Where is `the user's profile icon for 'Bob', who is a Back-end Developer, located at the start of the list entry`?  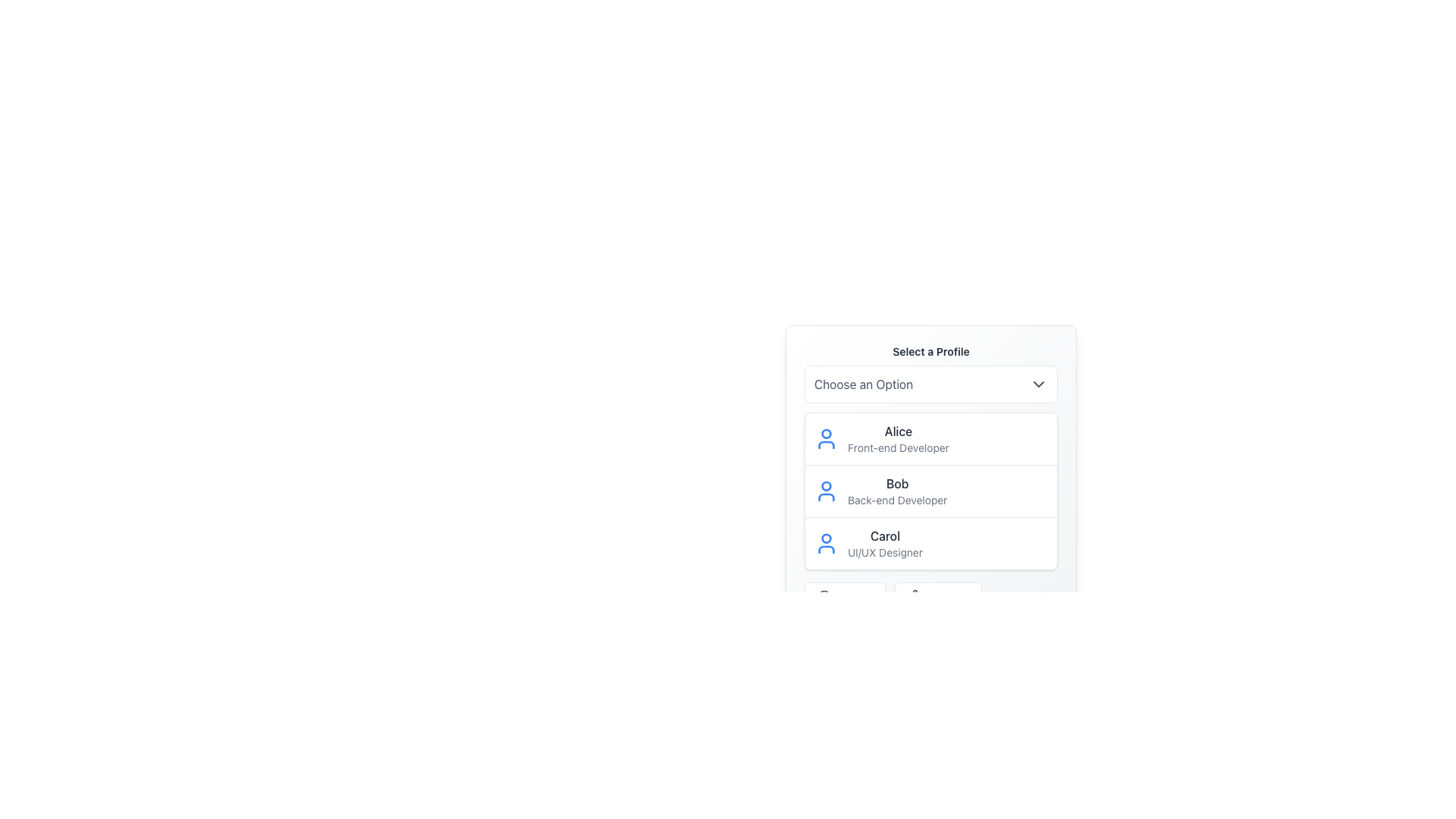 the user's profile icon for 'Bob', who is a Back-end Developer, located at the start of the list entry is located at coordinates (825, 491).